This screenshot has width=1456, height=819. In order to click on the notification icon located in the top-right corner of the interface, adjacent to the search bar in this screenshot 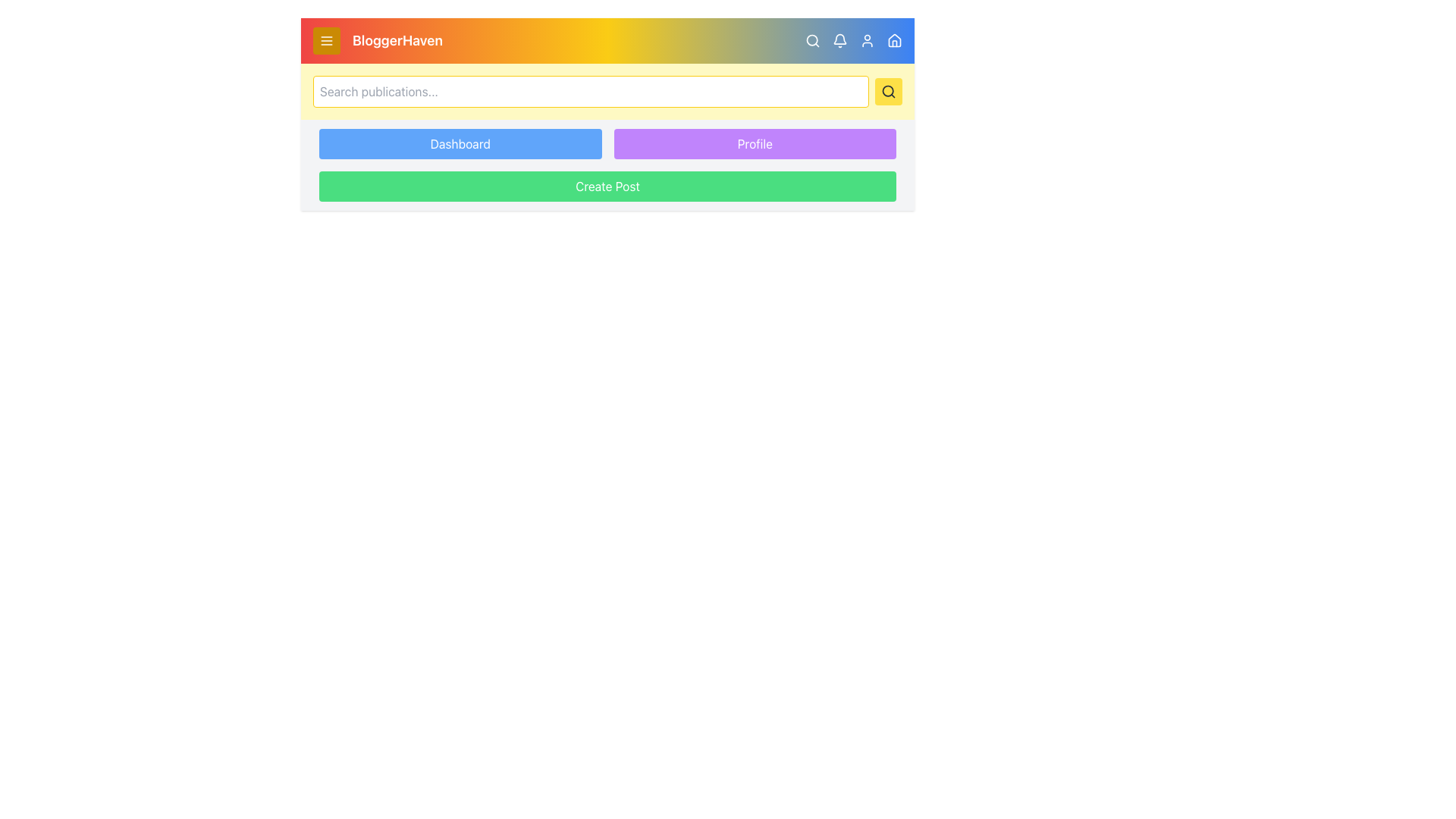, I will do `click(854, 40)`.